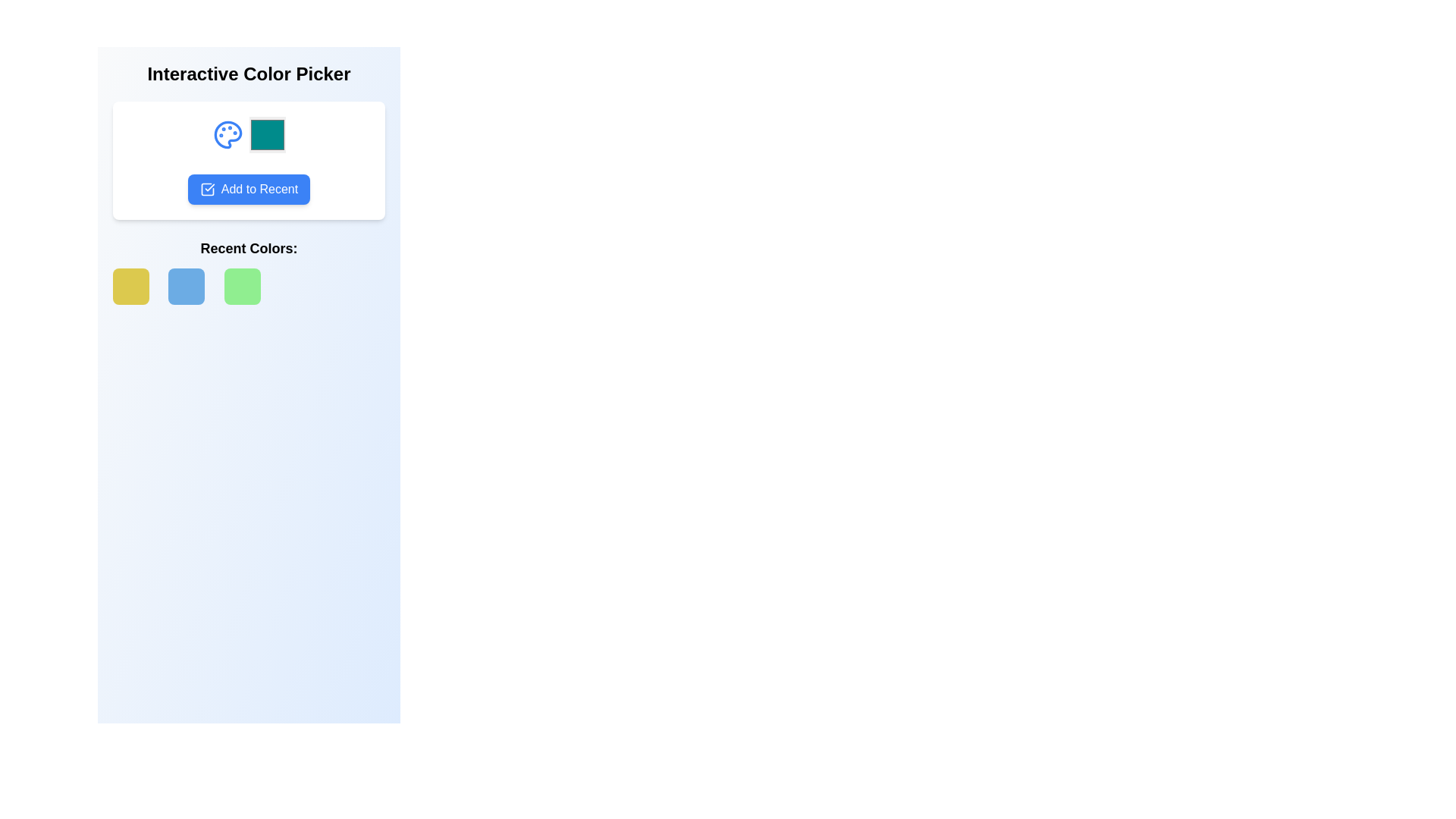  I want to click on the second color swatch in the 'Recent Colors' section, so click(186, 287).